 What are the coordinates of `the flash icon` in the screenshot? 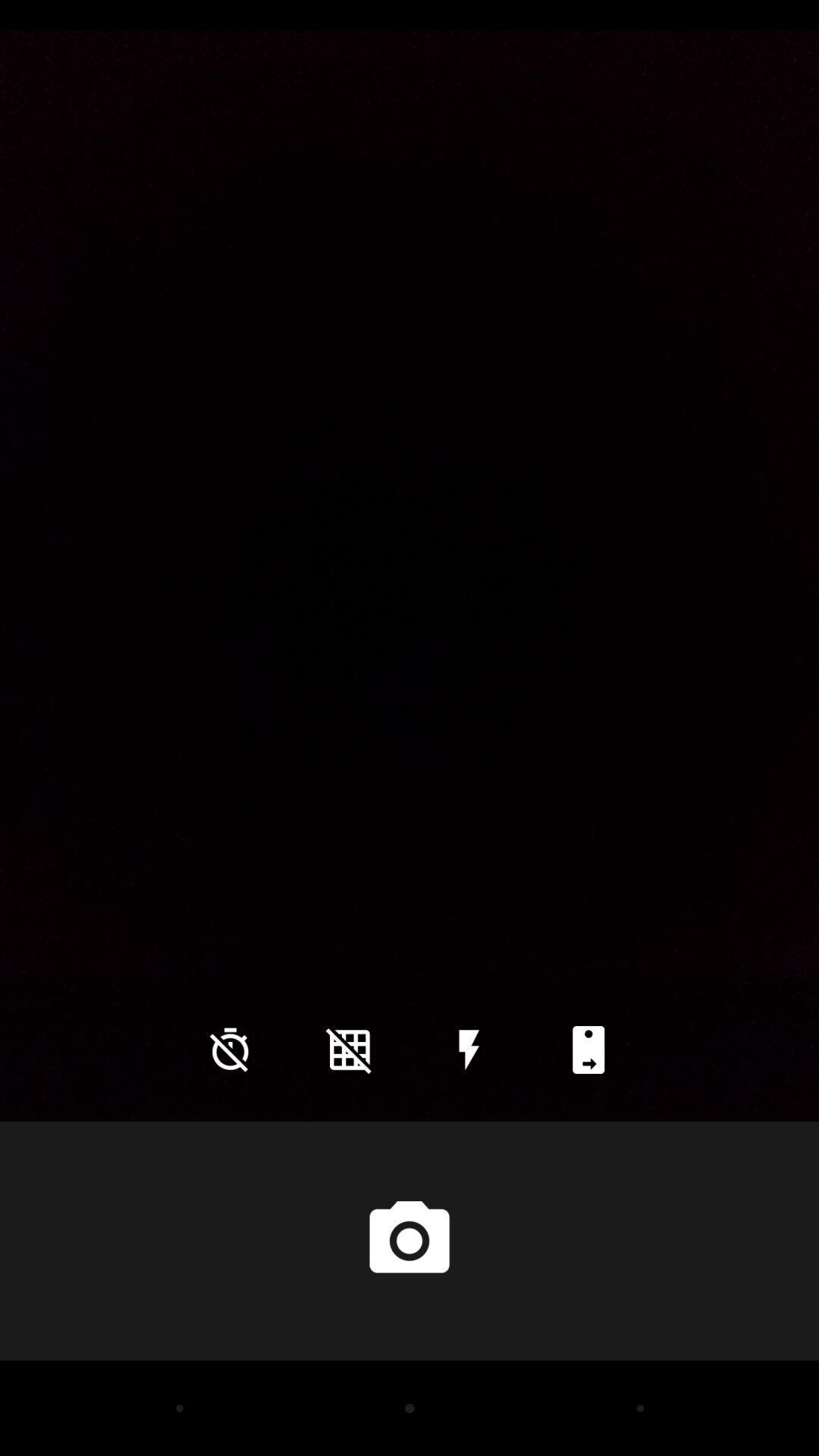 It's located at (468, 1049).